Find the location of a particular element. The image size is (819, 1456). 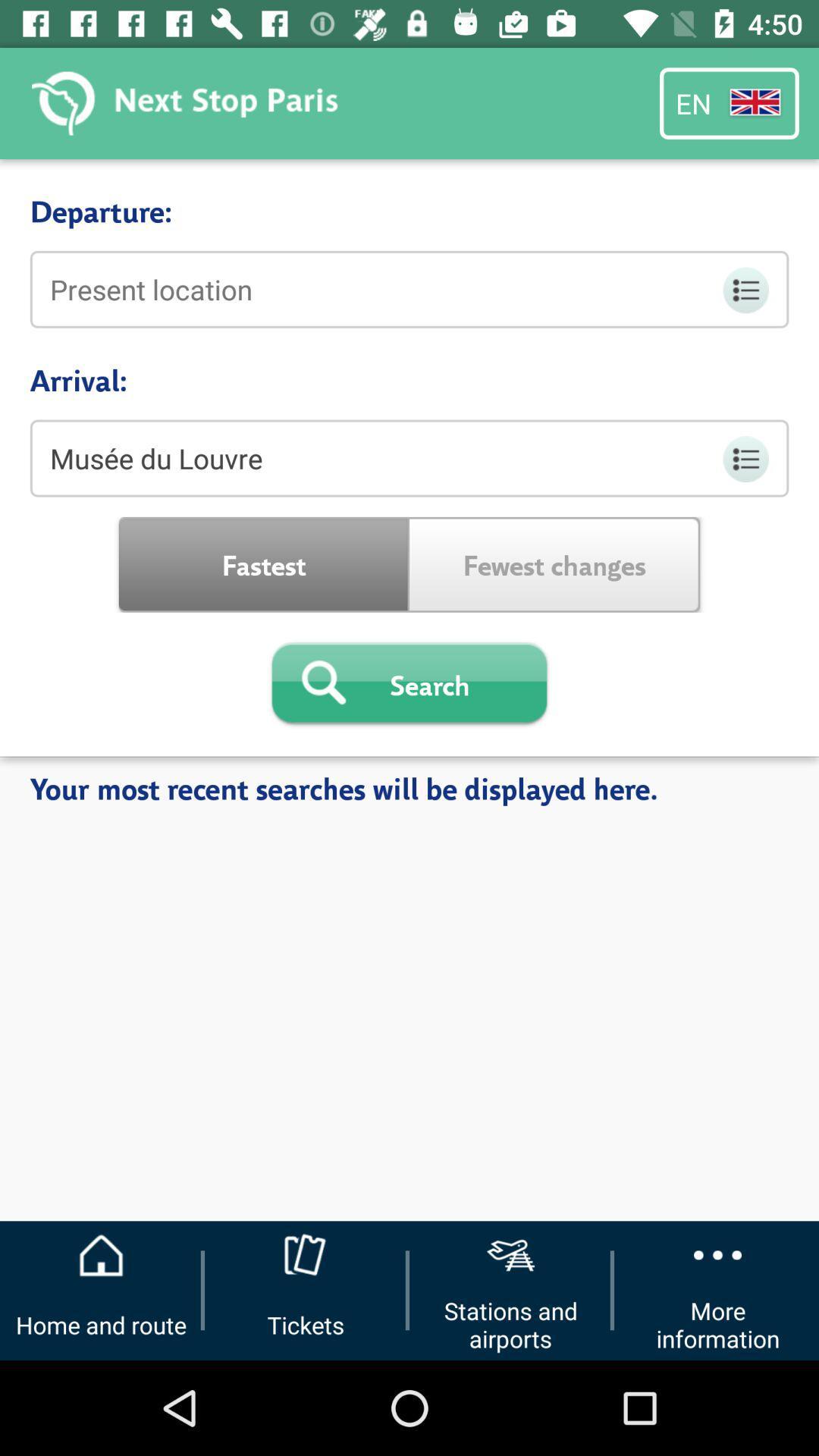

the search button on the web page is located at coordinates (409, 683).